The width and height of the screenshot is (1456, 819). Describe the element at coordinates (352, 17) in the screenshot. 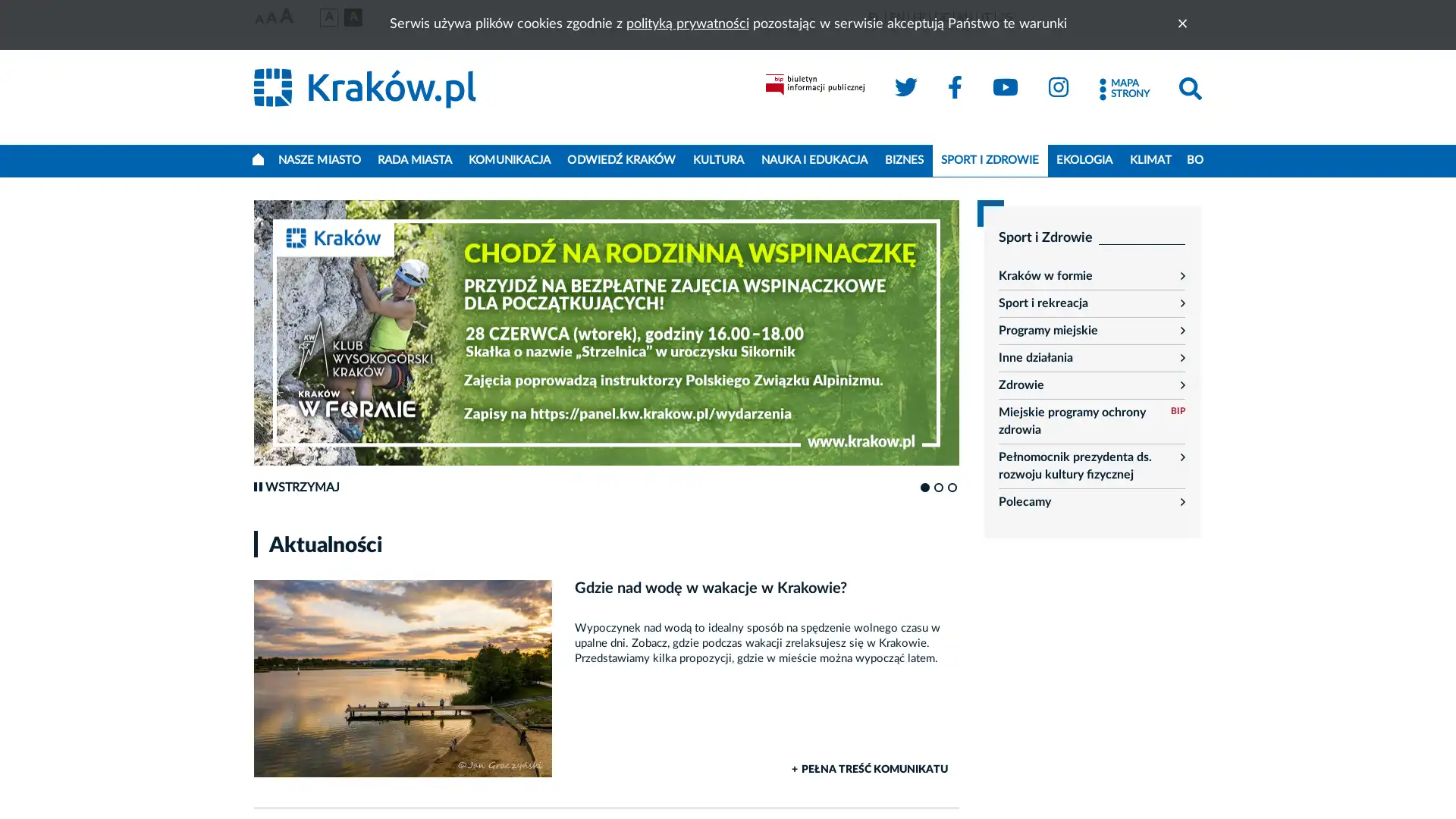

I see `Wersja czarno-zota` at that location.